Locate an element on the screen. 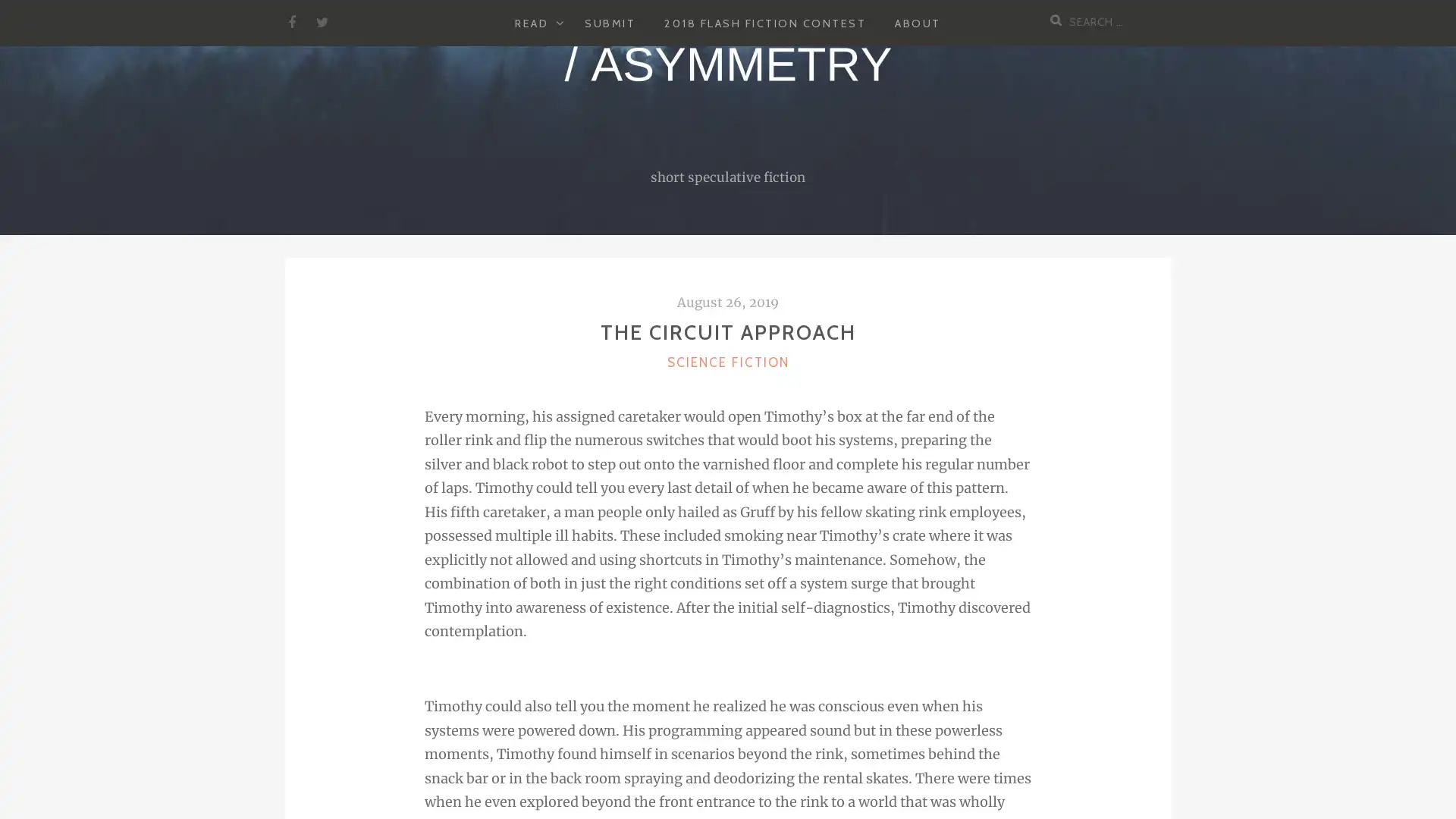 The image size is (1456, 819). Search is located at coordinates (1057, 20).